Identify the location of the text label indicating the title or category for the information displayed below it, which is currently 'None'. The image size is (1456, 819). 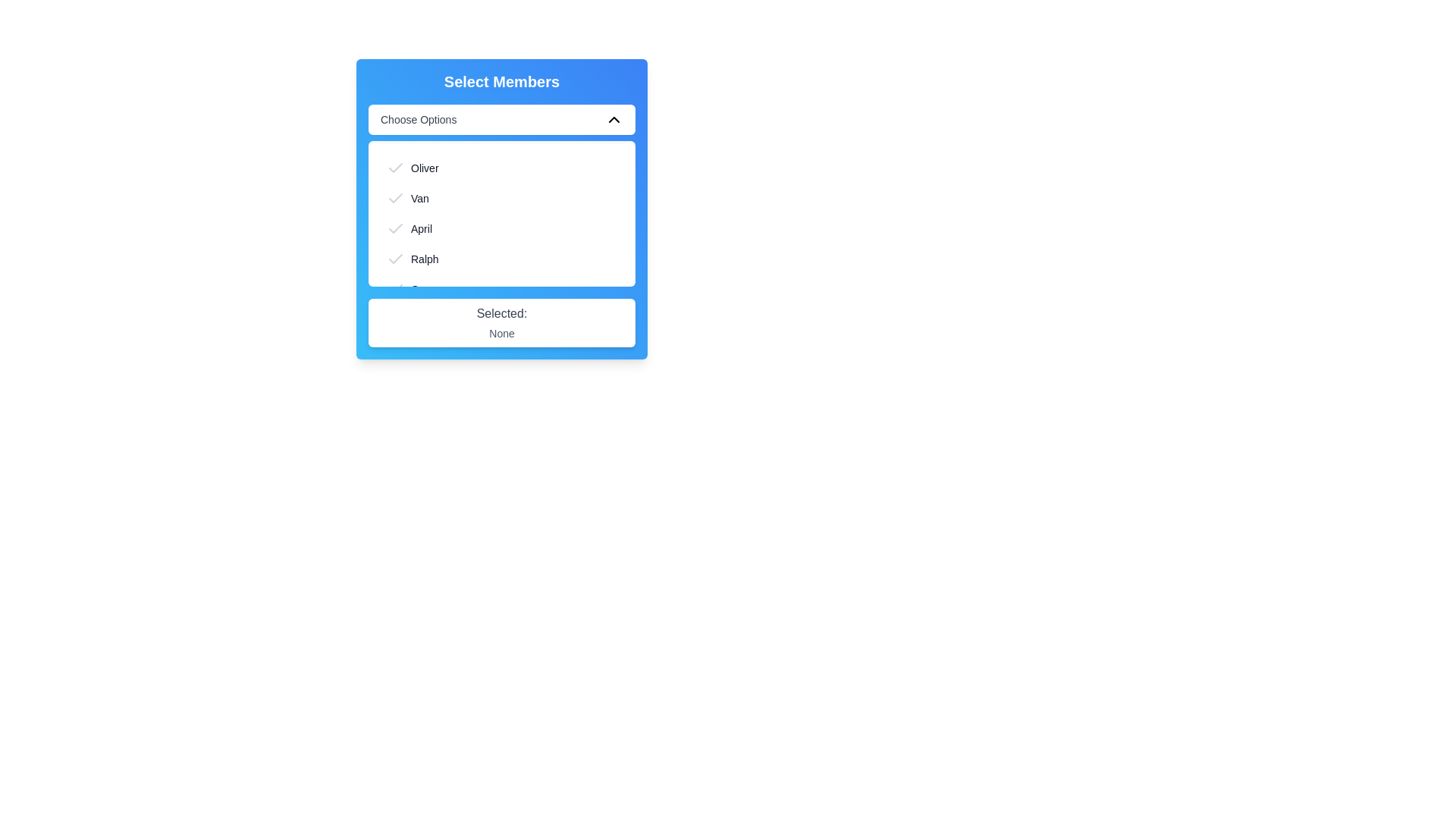
(502, 312).